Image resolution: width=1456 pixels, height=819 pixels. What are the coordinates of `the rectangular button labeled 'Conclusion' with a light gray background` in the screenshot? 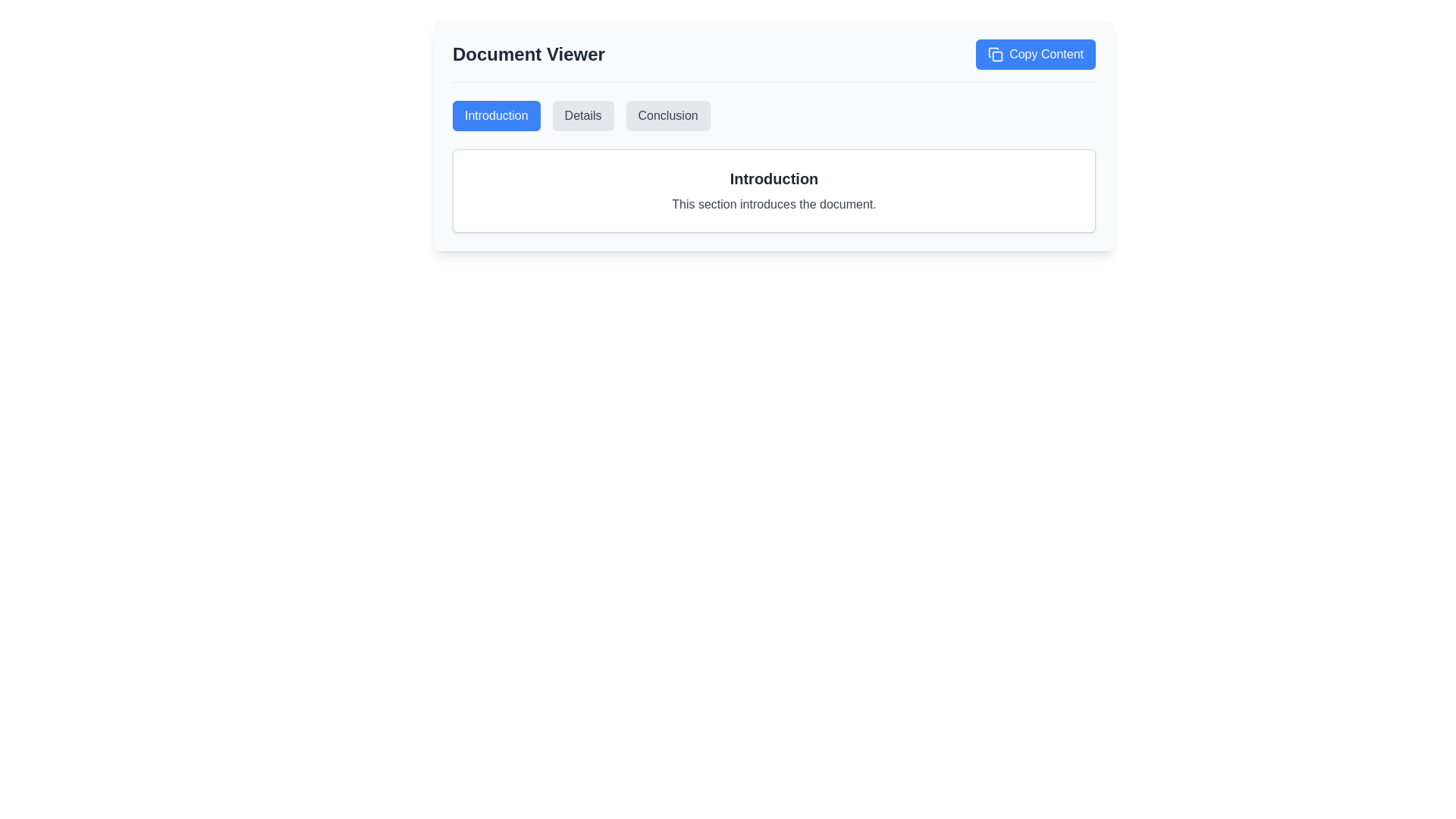 It's located at (667, 115).